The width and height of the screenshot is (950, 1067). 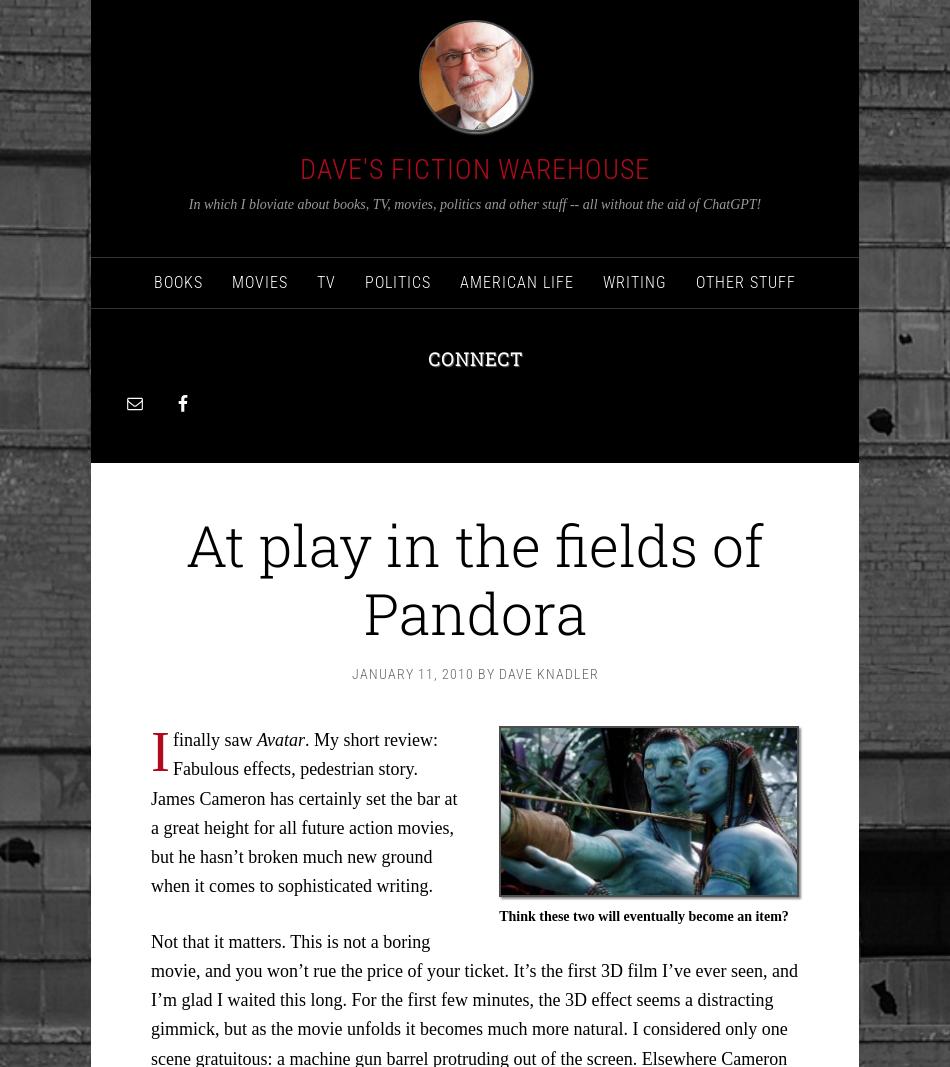 What do you see at coordinates (363, 281) in the screenshot?
I see `'politics'` at bounding box center [363, 281].